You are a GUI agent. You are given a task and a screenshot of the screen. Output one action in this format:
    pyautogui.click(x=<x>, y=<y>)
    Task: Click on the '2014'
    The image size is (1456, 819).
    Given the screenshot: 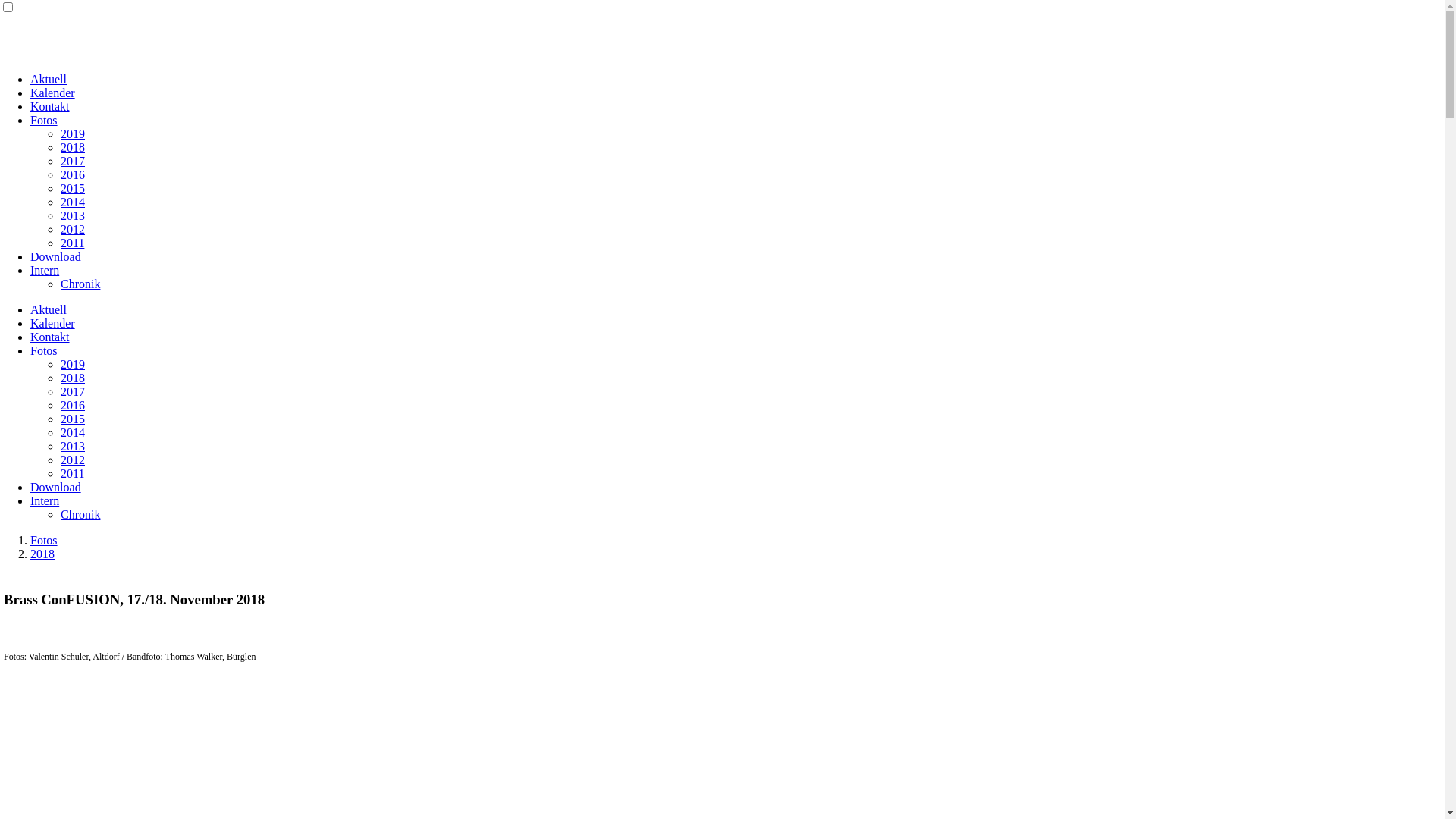 What is the action you would take?
    pyautogui.click(x=72, y=432)
    